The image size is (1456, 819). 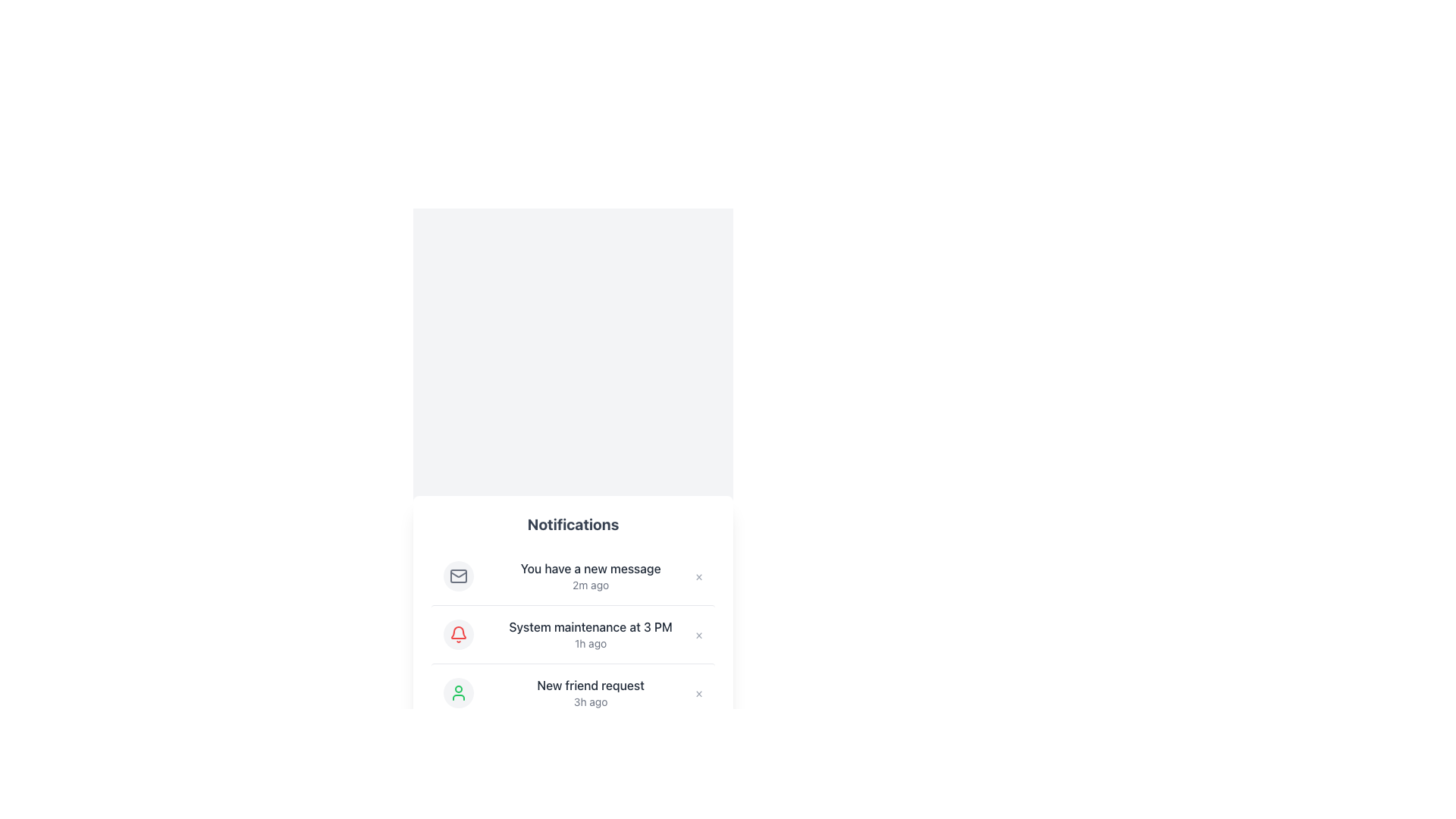 I want to click on timestamp displayed in a subtle gray color below the 'New friend request' text, which shows '3h ago', so click(x=590, y=701).